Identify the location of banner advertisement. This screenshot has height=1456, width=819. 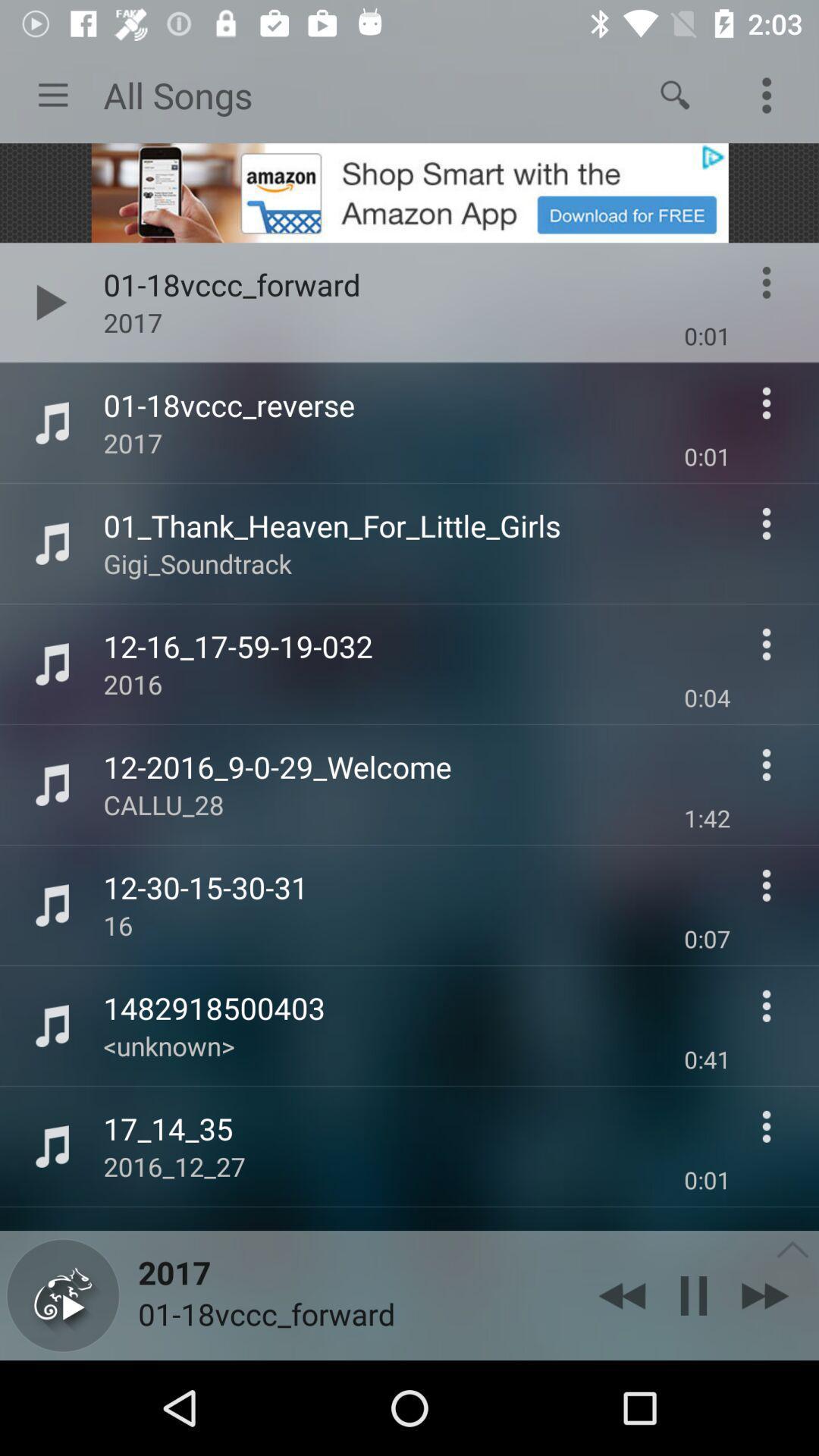
(409, 192).